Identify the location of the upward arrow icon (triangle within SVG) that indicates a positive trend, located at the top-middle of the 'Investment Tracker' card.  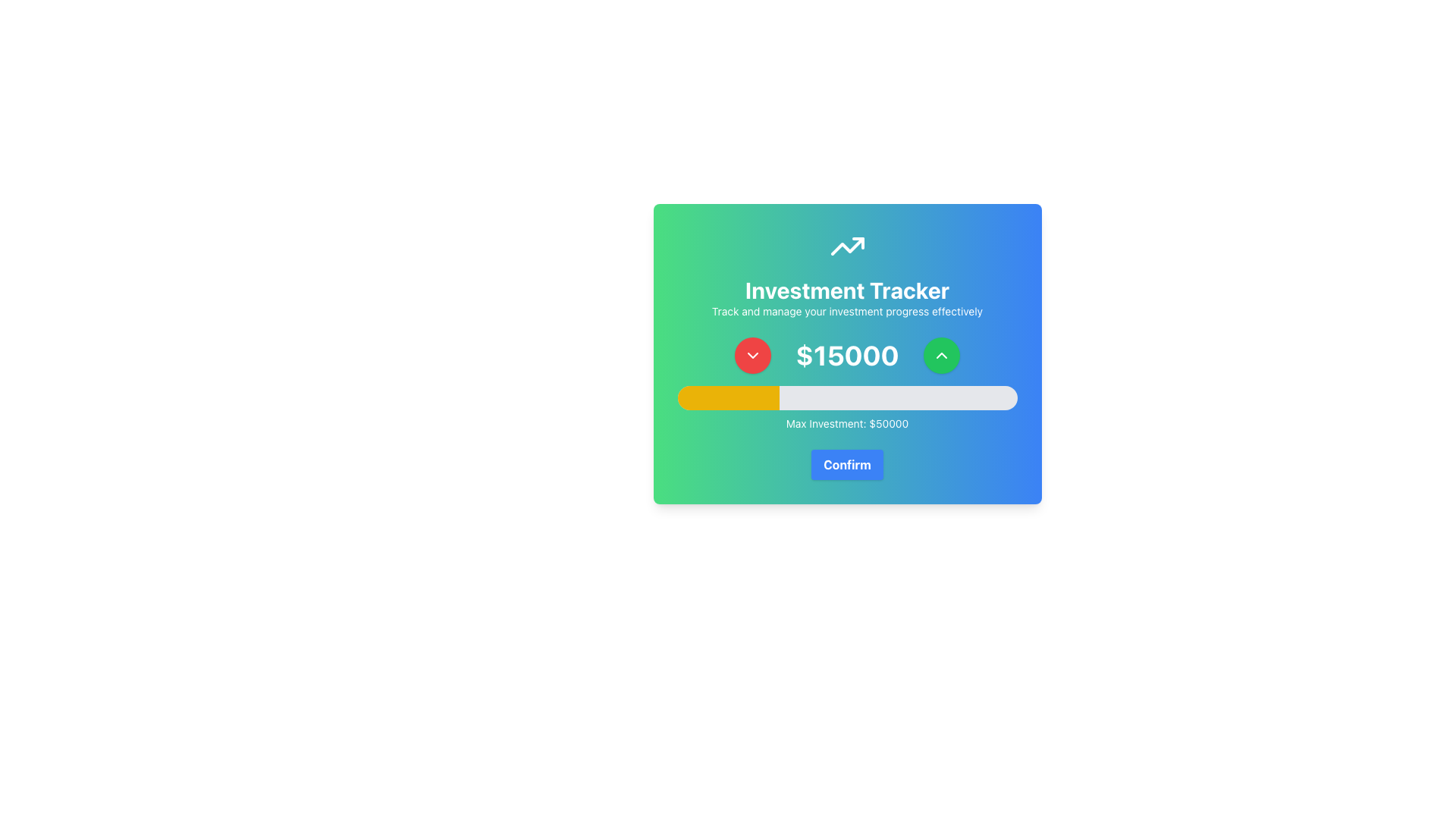
(858, 242).